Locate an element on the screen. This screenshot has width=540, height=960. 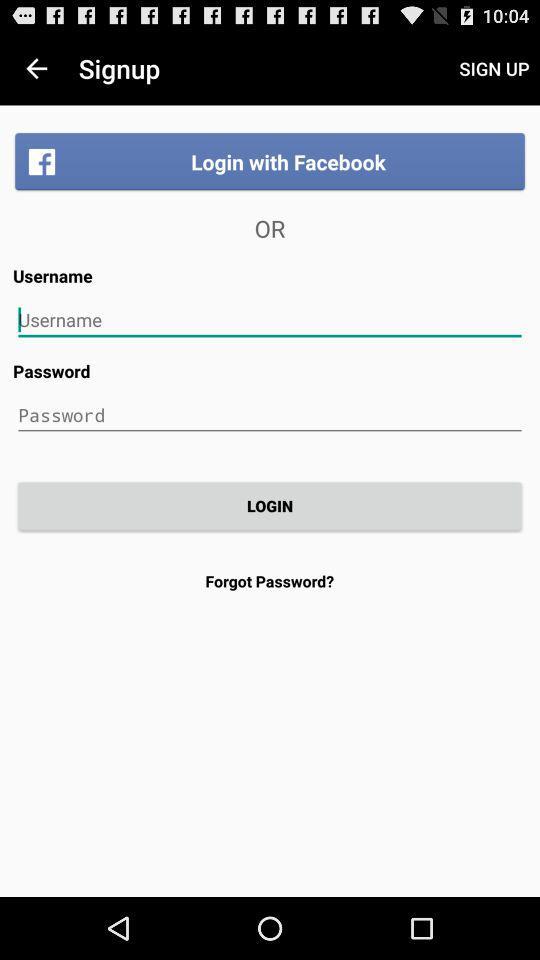
password input is located at coordinates (270, 414).